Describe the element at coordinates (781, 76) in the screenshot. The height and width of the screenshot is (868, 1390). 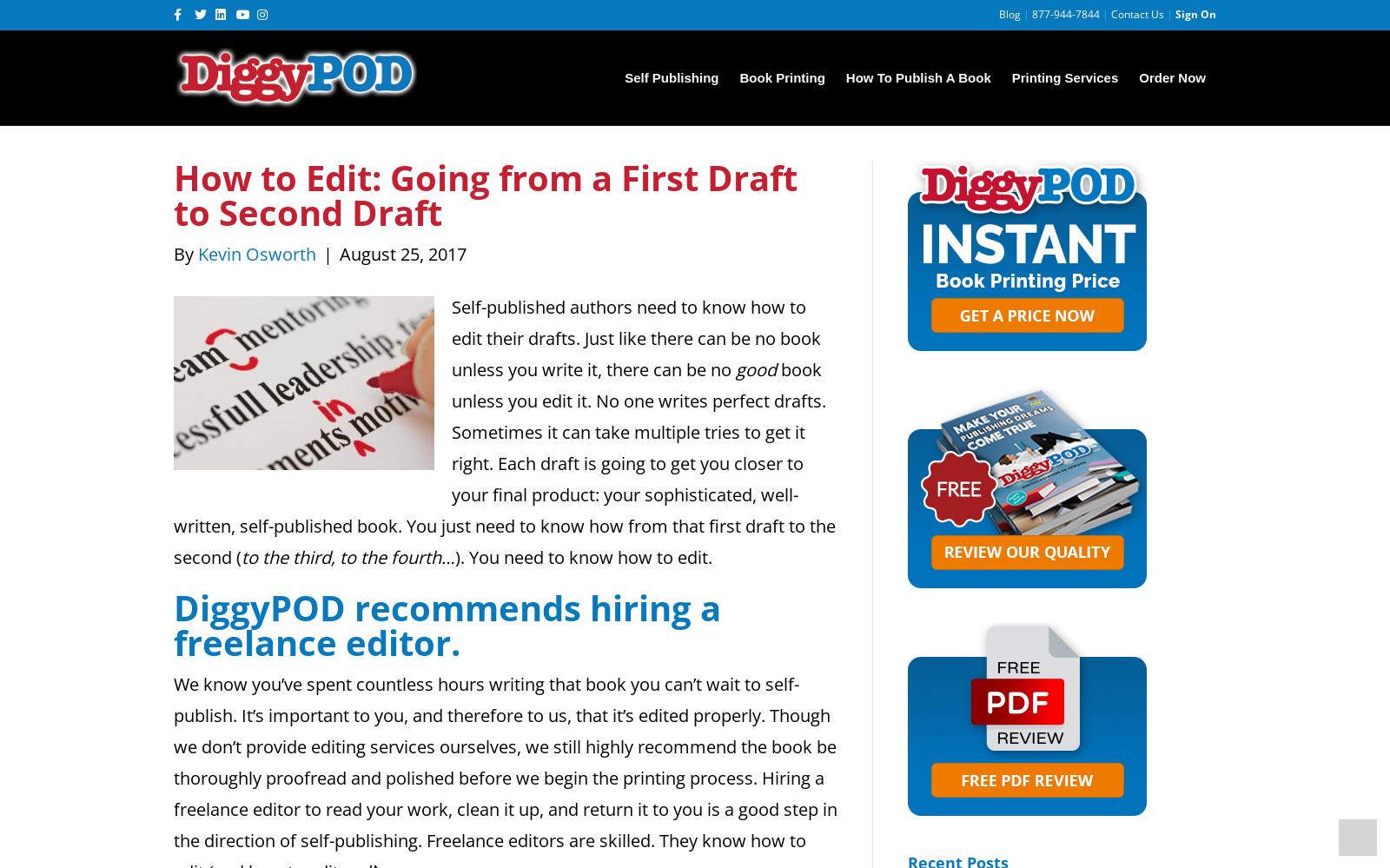
I see `'Book Printing'` at that location.